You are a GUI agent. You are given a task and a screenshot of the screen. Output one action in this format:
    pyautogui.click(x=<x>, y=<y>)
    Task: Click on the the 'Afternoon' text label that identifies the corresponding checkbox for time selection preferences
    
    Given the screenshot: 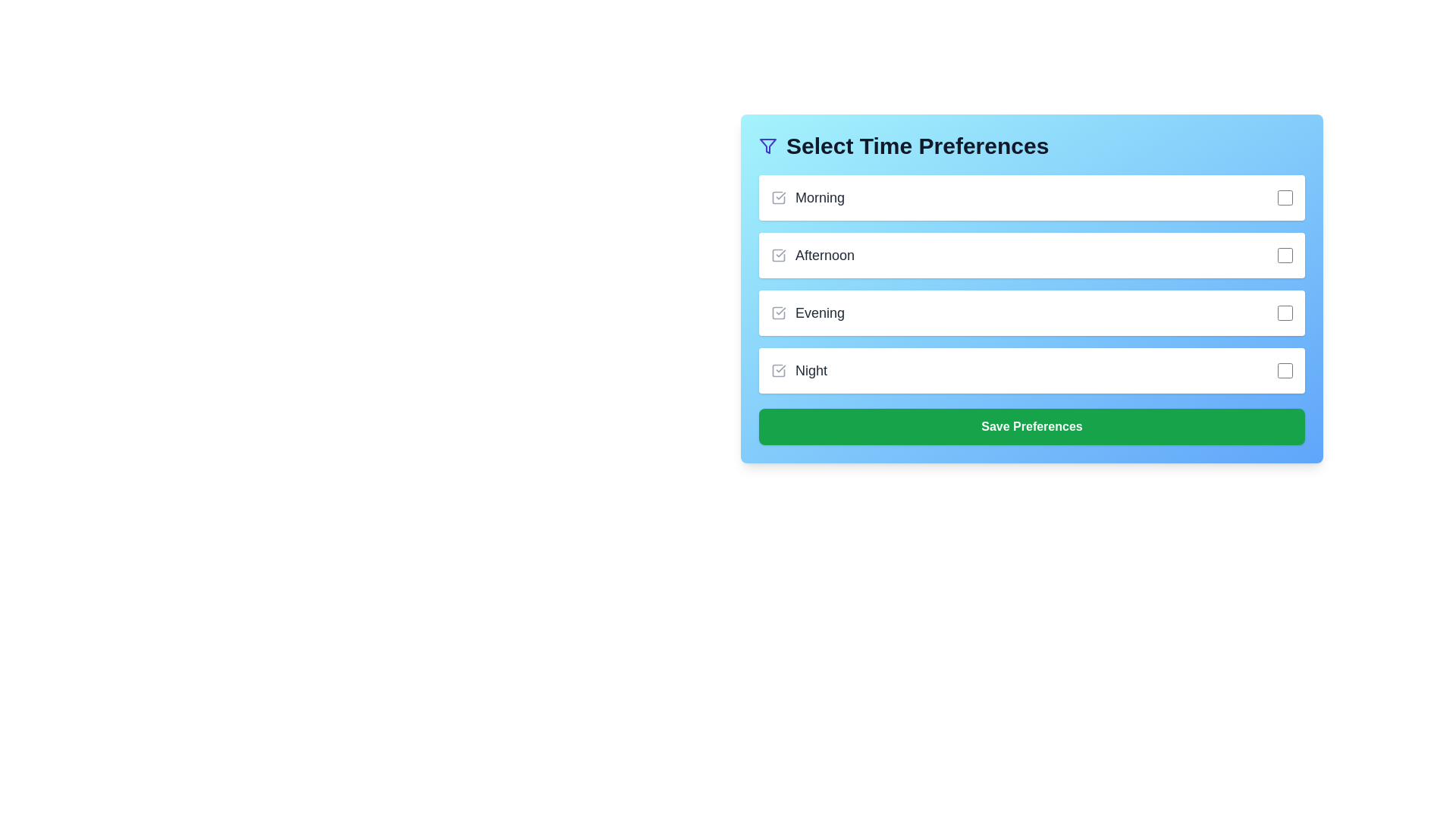 What is the action you would take?
    pyautogui.click(x=824, y=254)
    